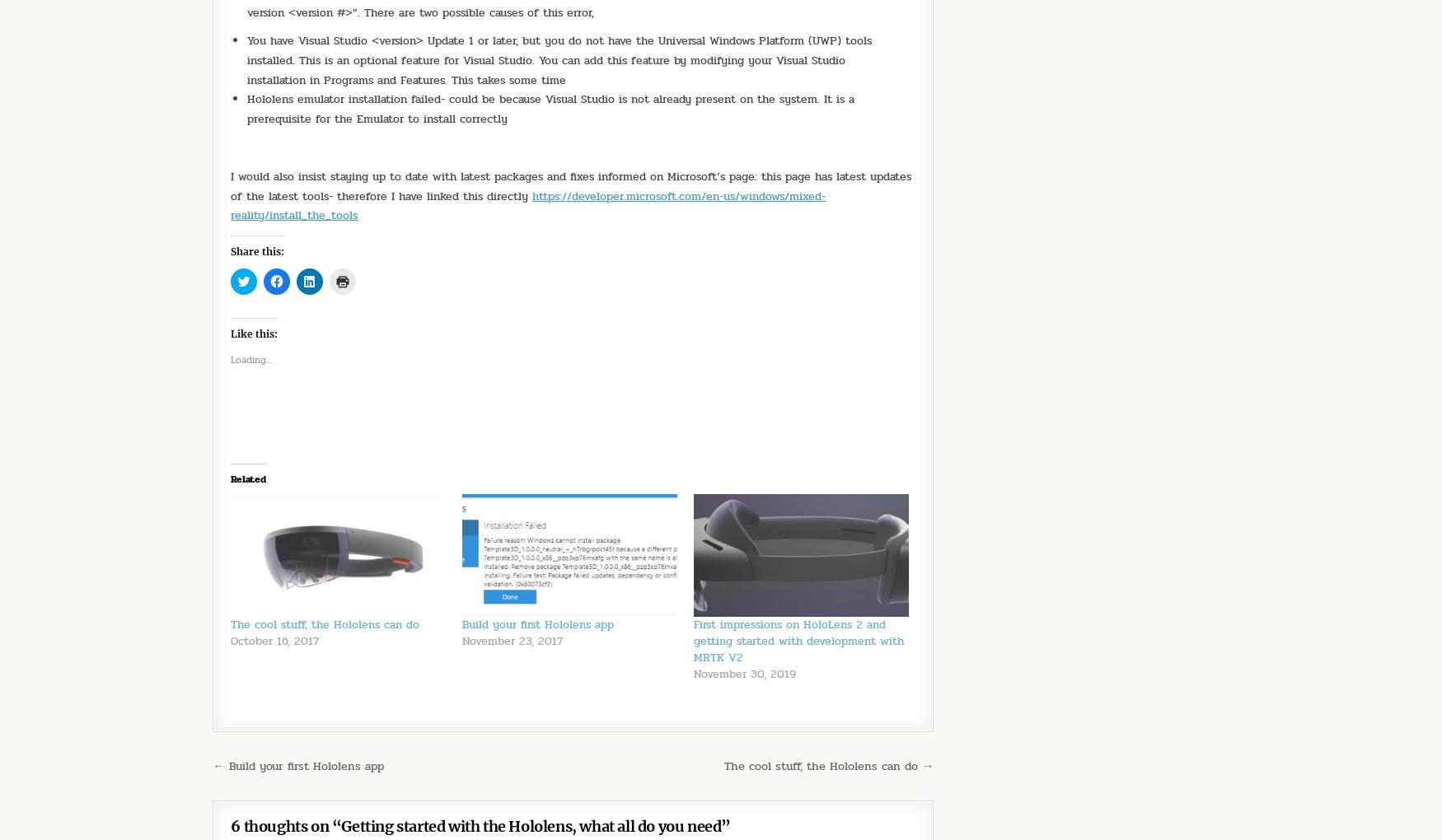 The width and height of the screenshot is (1442, 840). I want to click on 'Related', so click(230, 432).